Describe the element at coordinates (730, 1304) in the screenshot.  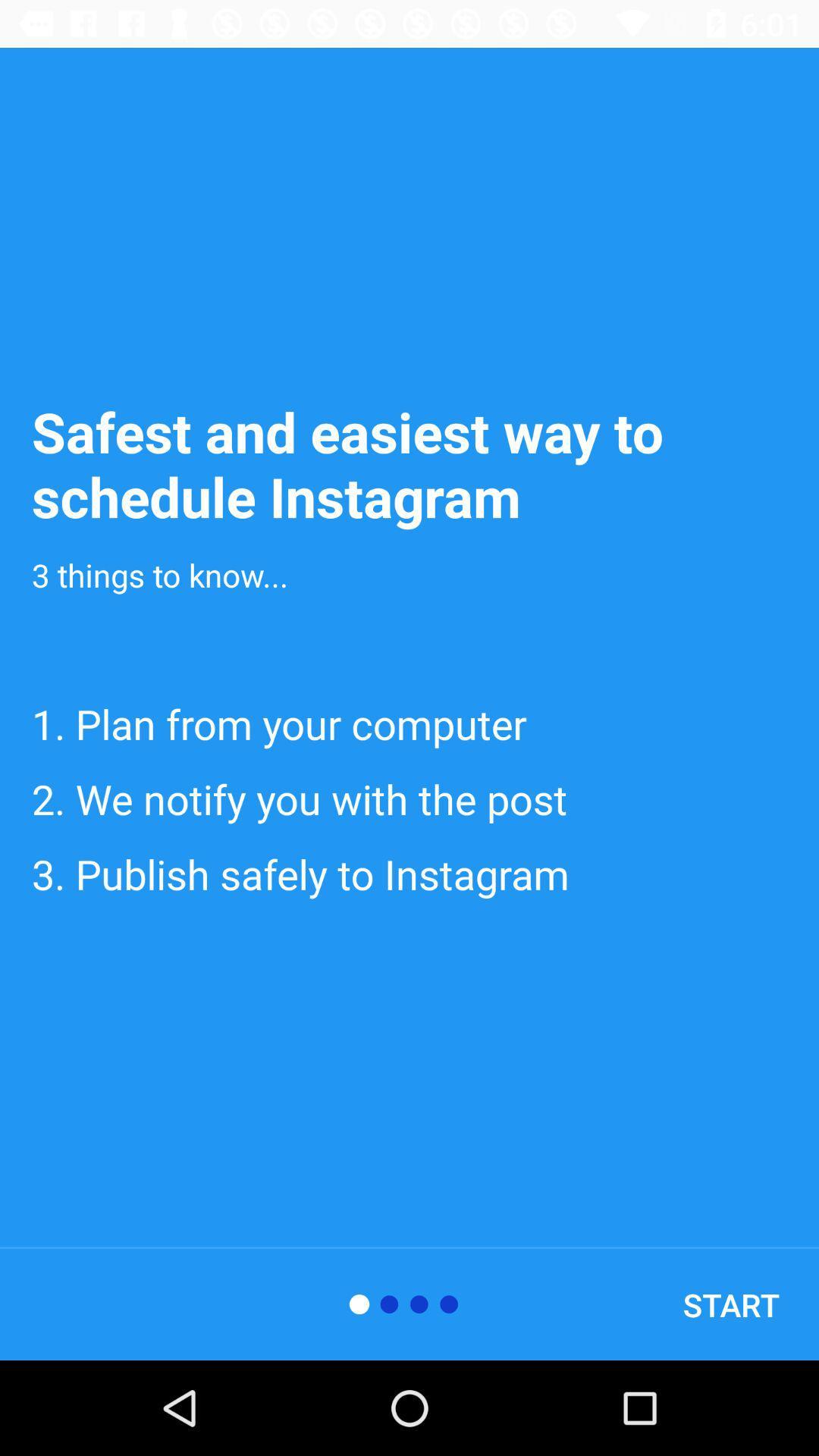
I see `icon at the bottom right corner` at that location.